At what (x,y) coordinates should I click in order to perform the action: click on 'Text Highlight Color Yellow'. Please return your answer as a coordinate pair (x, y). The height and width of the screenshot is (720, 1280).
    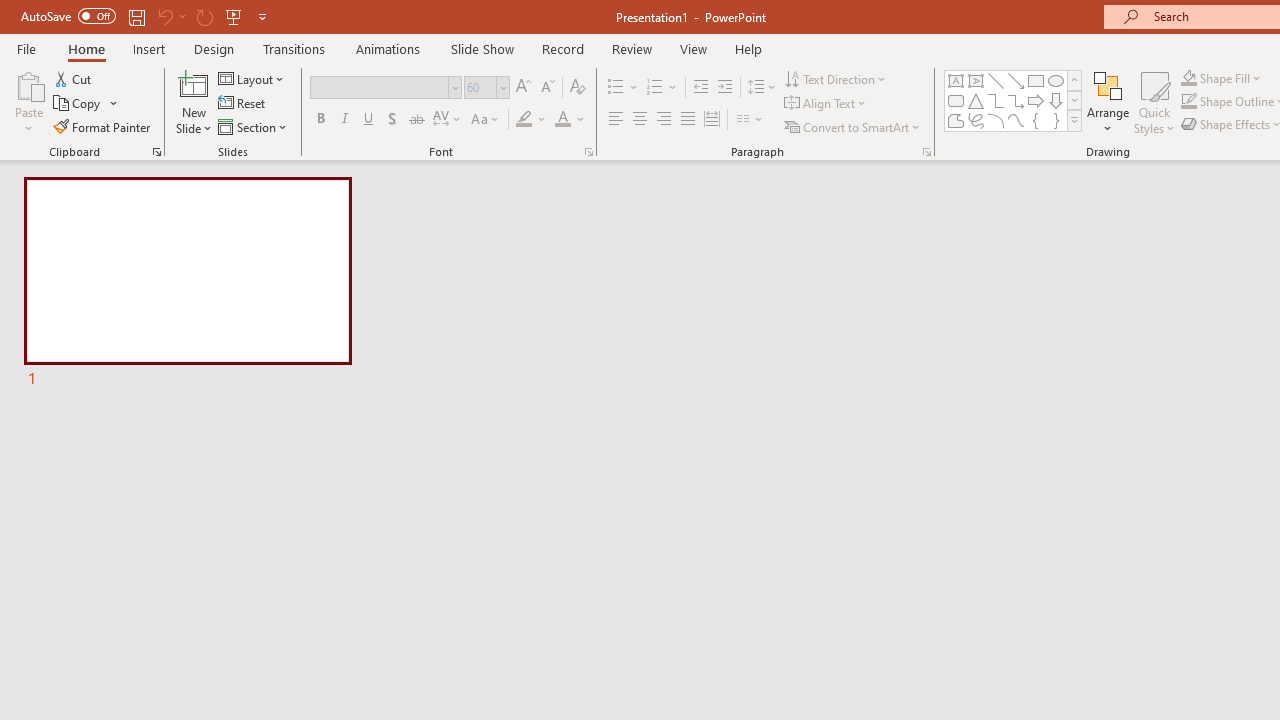
    Looking at the image, I should click on (524, 119).